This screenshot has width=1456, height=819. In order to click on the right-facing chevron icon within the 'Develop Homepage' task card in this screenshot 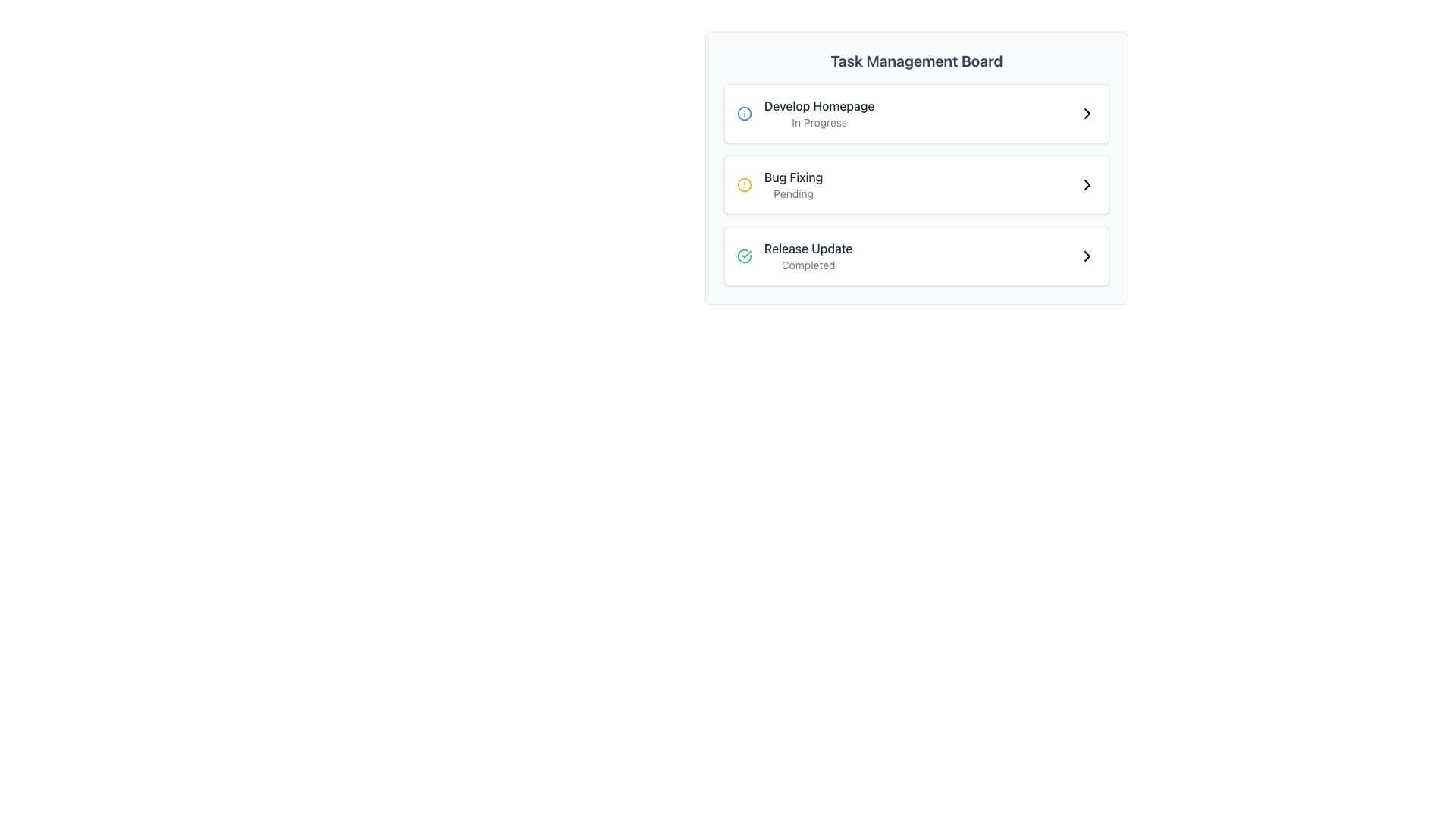, I will do `click(1087, 113)`.